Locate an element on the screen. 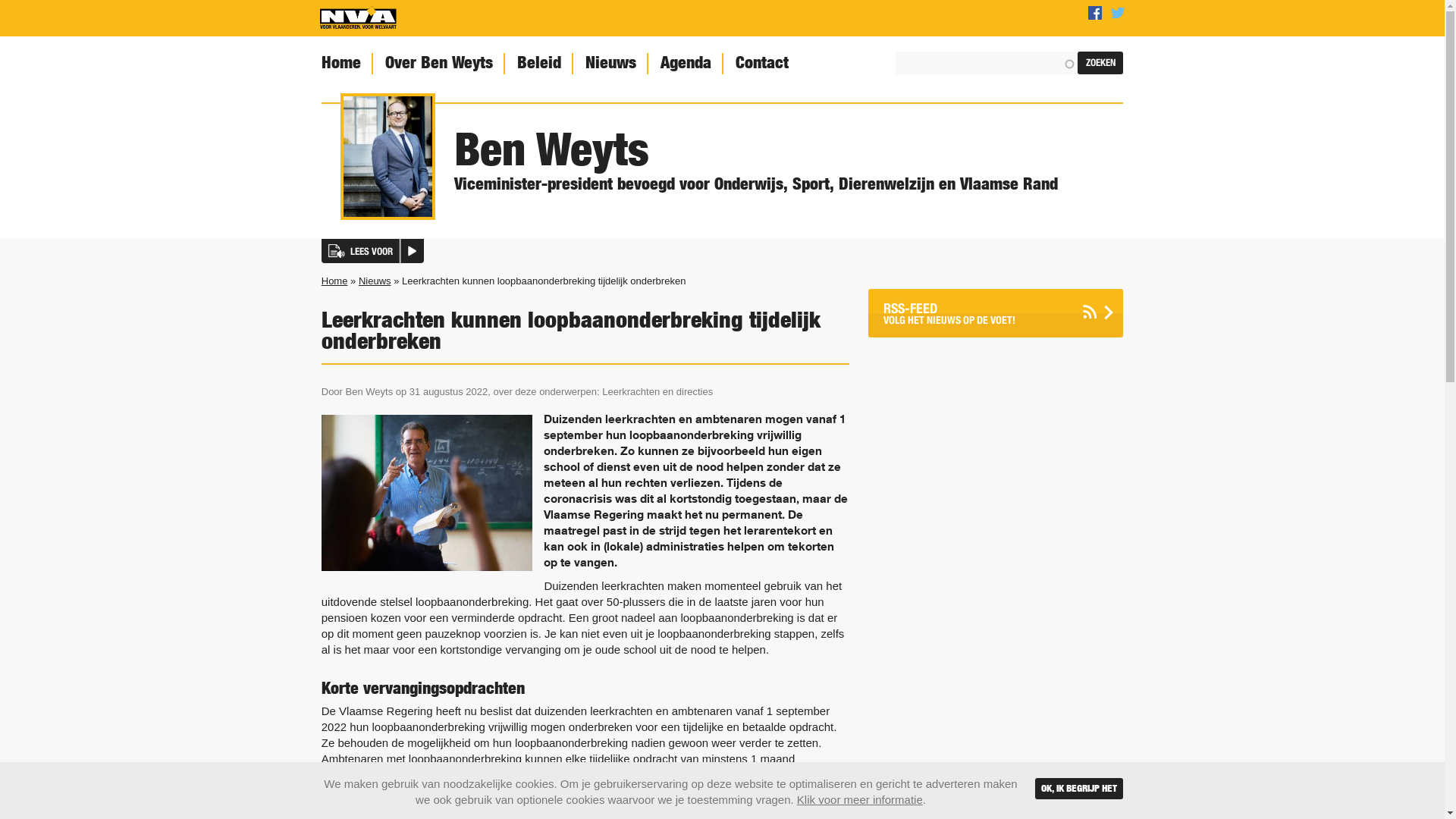 The width and height of the screenshot is (1456, 819). 'Percentage' is located at coordinates (33, 10).